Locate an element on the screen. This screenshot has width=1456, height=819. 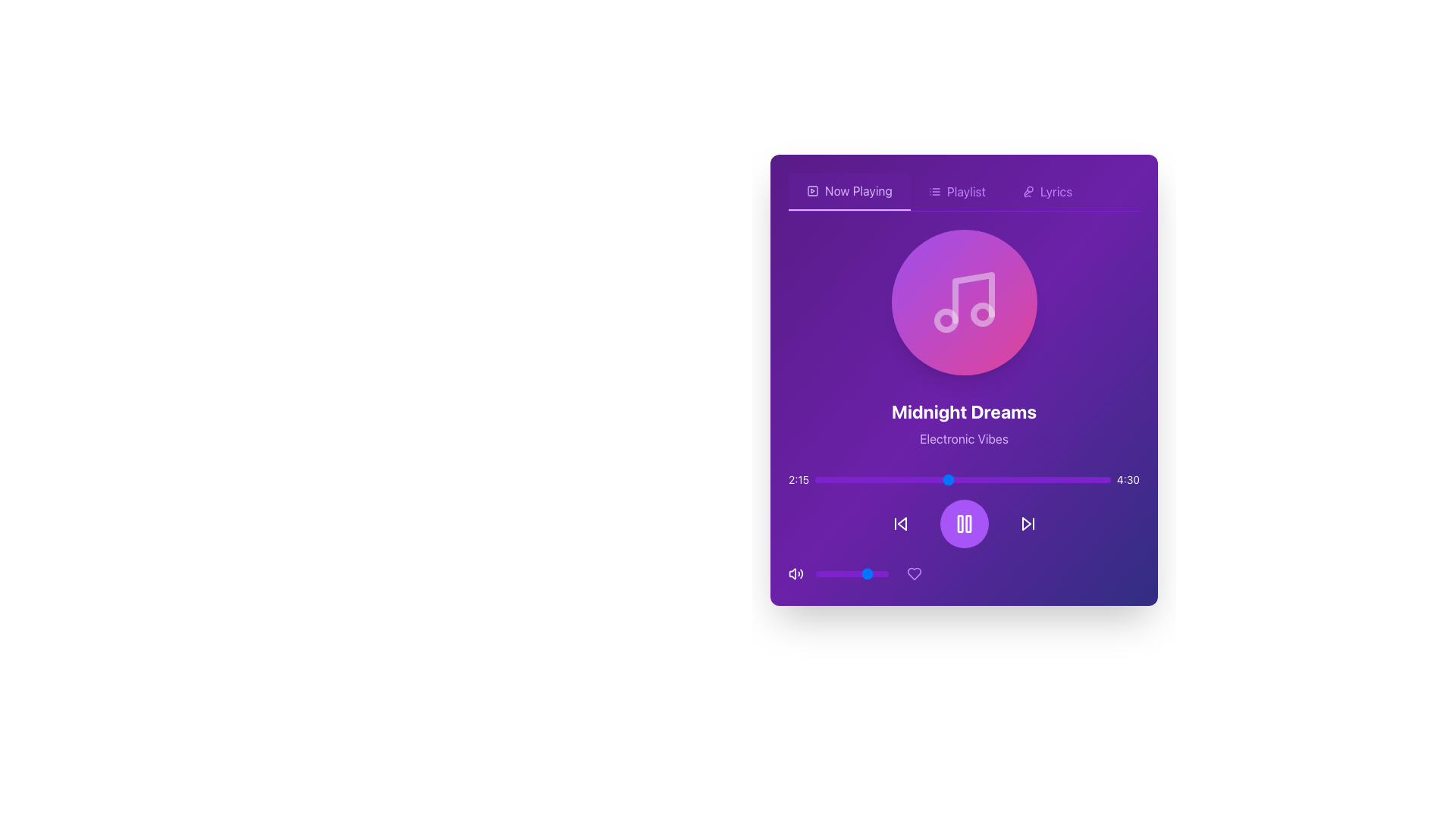
the sound mute icon located at the bottom-left of the interface within the sound control mechanism is located at coordinates (792, 573).